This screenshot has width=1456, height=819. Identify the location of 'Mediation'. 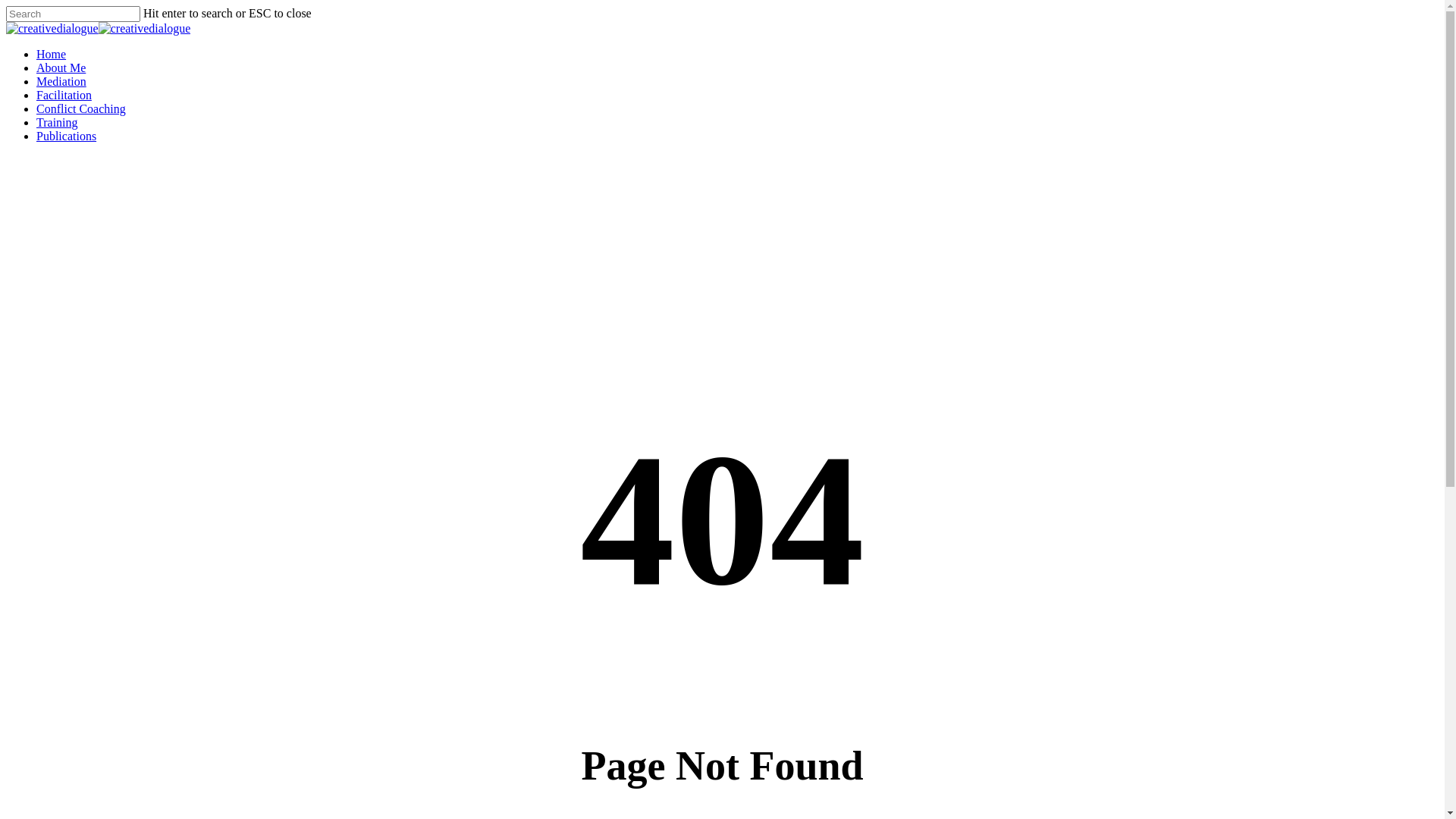
(36, 81).